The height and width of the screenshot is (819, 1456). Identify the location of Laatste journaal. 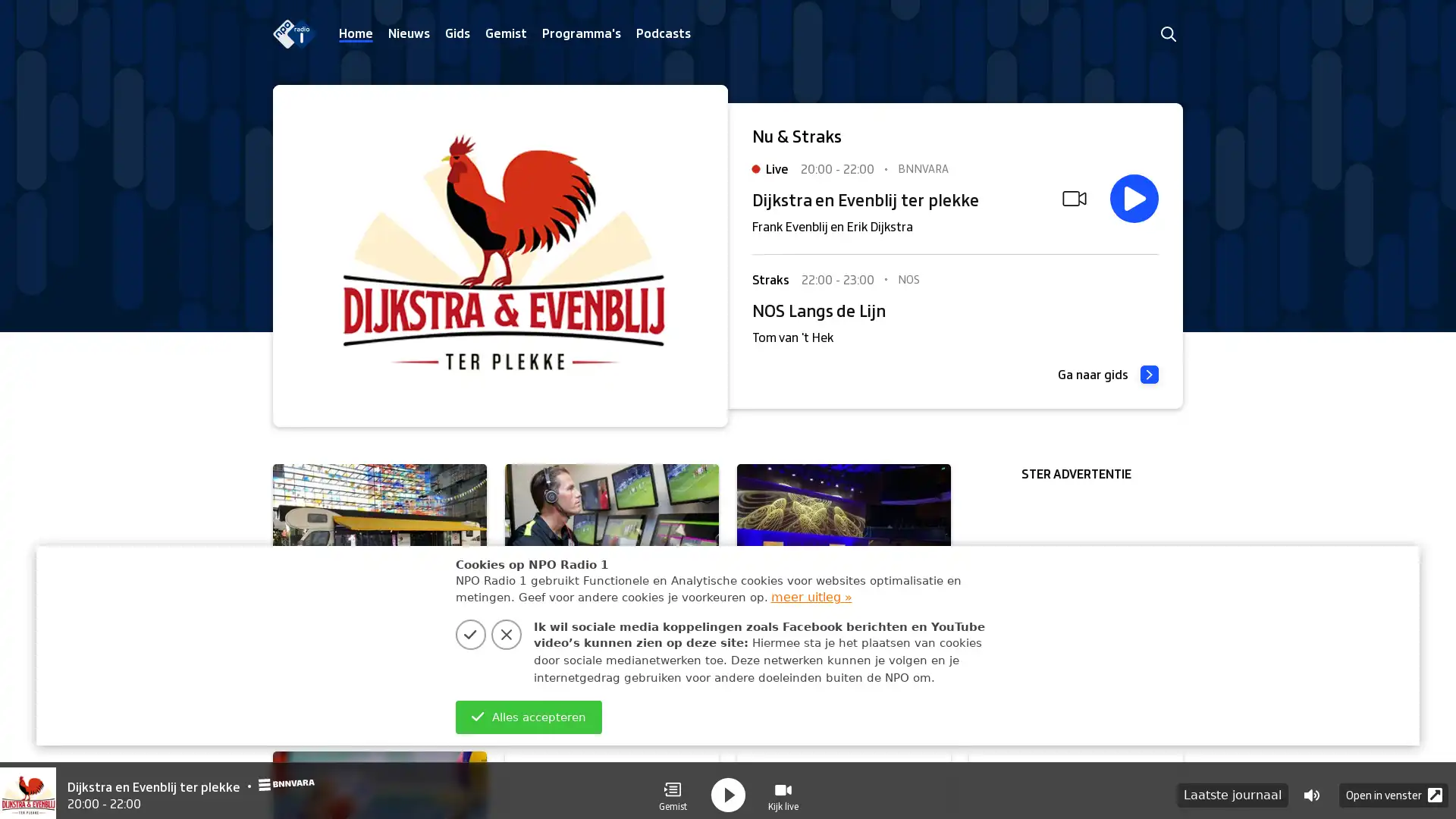
(1232, 786).